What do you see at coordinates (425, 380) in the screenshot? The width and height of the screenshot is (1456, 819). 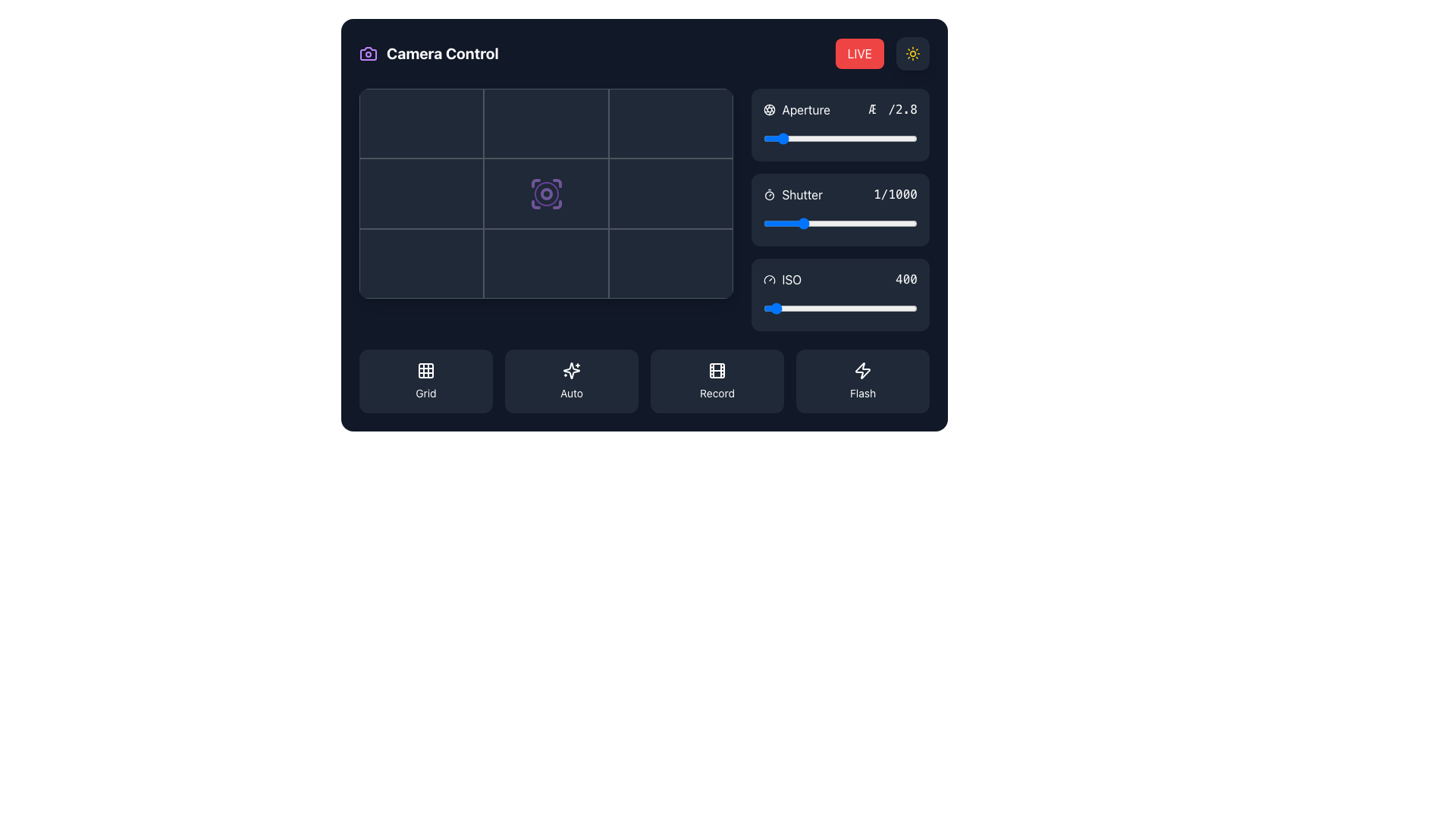 I see `the first button in the horizontally aligned group of buttons at the bottom of the interface` at bounding box center [425, 380].